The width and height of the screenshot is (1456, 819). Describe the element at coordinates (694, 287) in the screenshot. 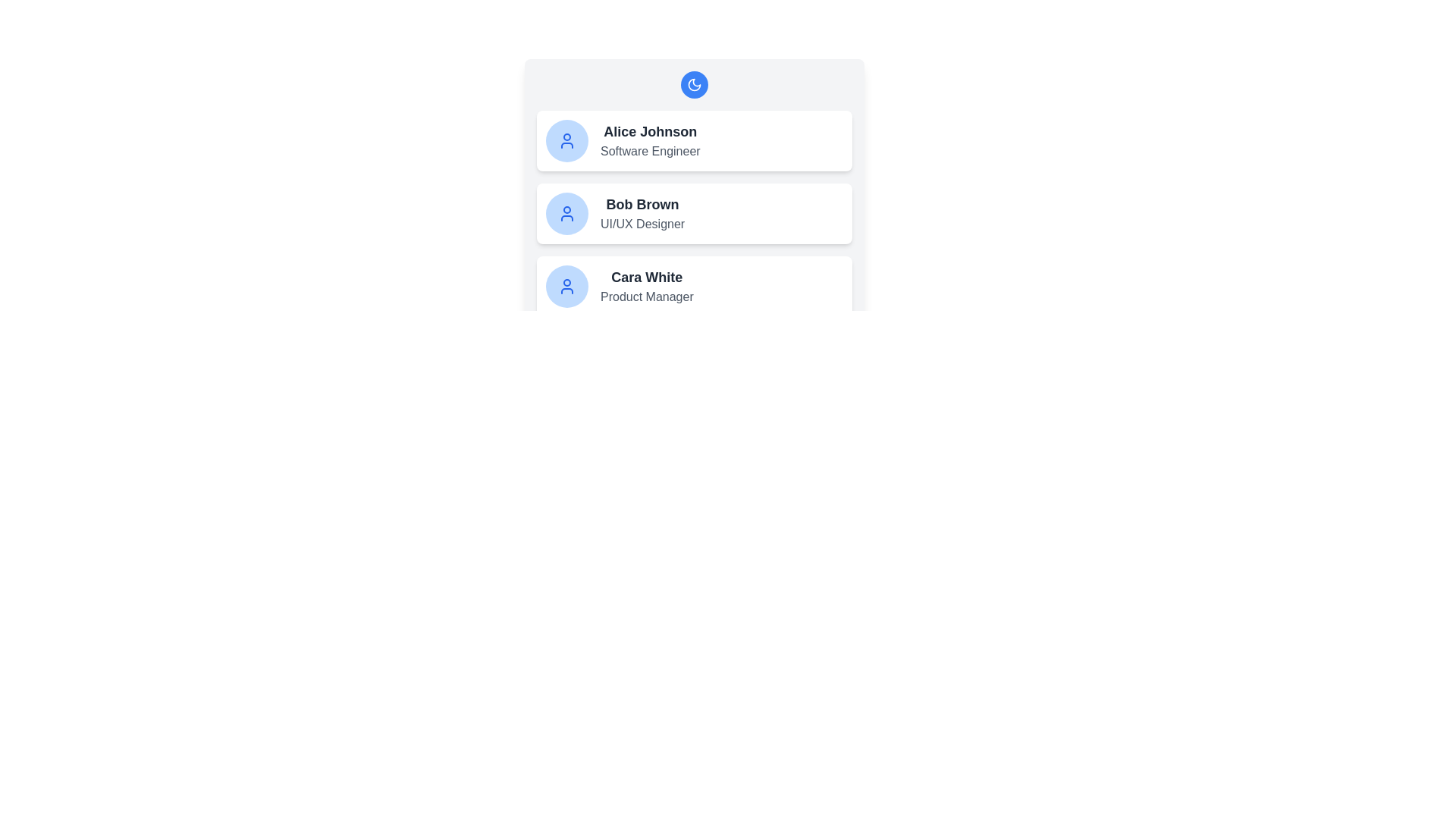

I see `the Profile card of 'Cara White', which displays her name in bold and the role 'Product Manager' below it, by clicking on the card's center` at that location.